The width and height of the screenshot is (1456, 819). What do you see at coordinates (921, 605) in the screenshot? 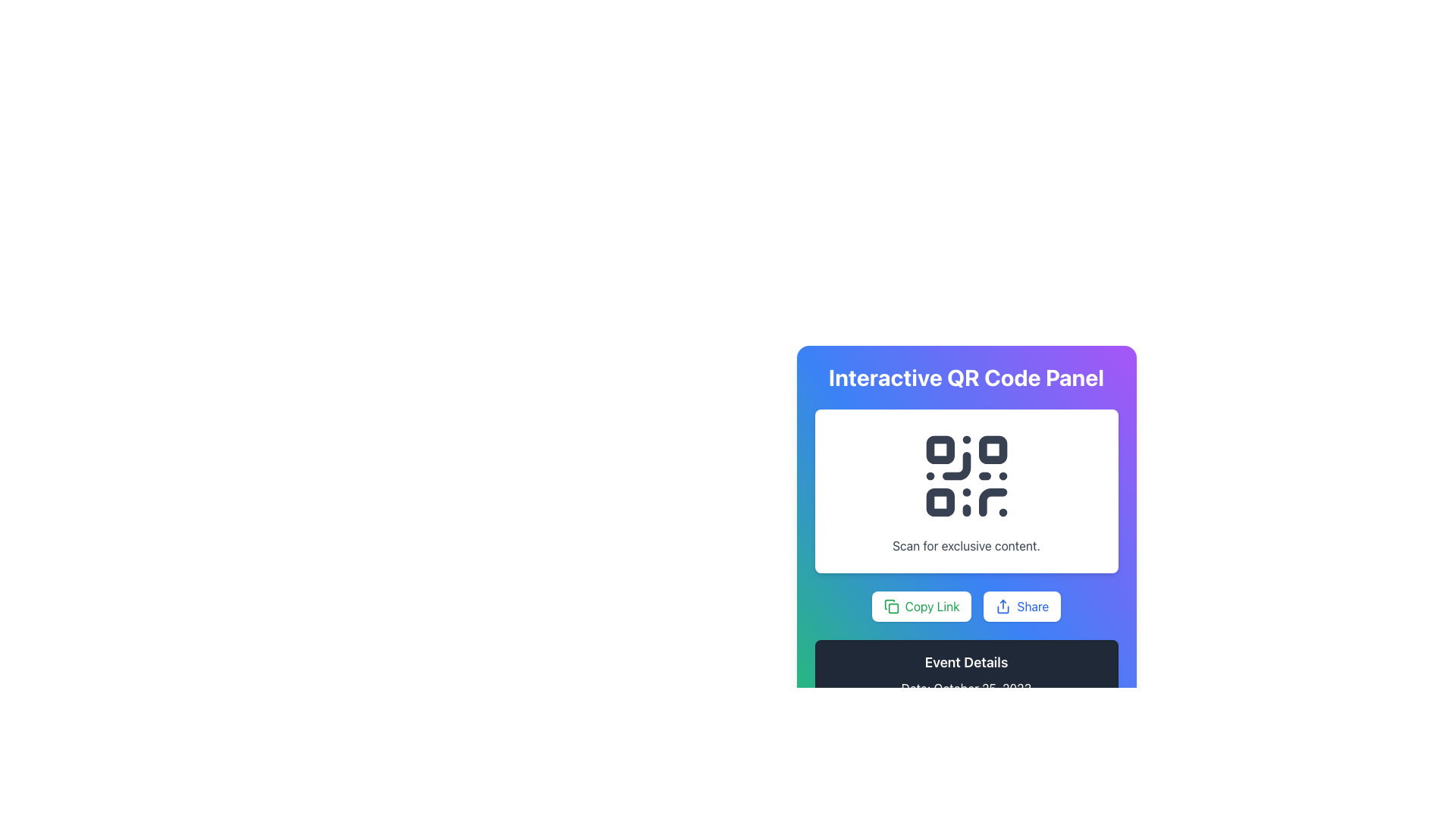
I see `the 'Copy Link' button` at bounding box center [921, 605].